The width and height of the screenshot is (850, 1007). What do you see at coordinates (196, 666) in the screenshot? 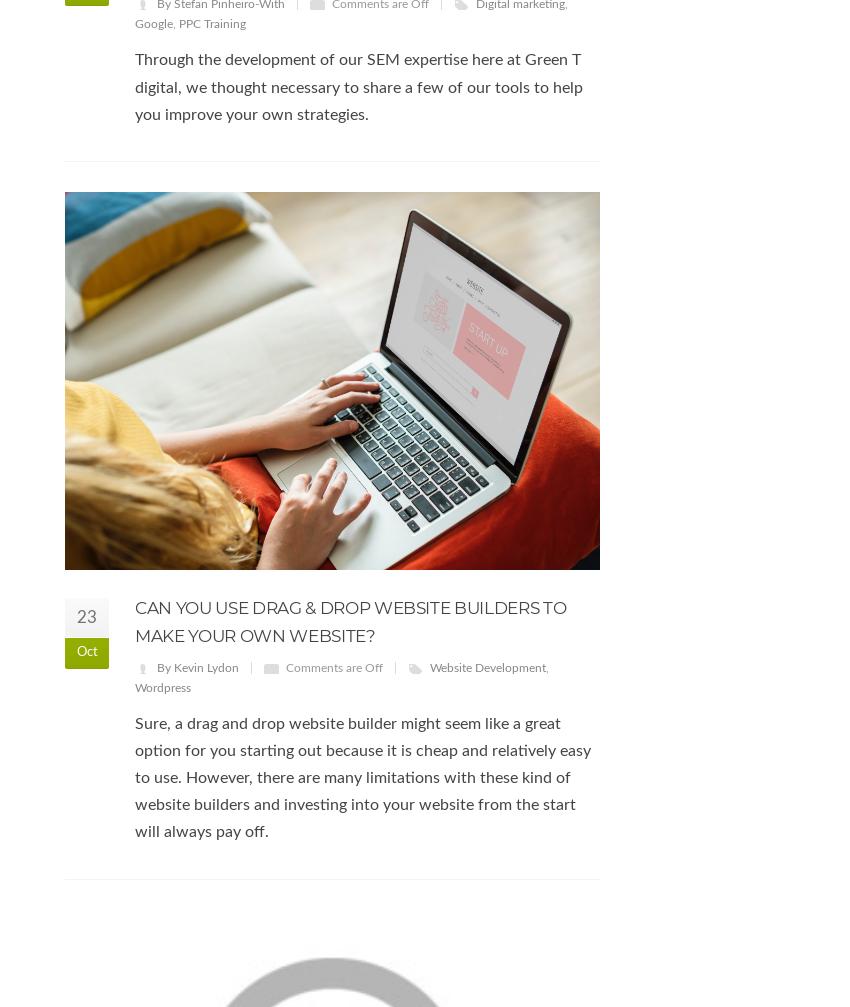
I see `'By  Kevin Lydon'` at bounding box center [196, 666].